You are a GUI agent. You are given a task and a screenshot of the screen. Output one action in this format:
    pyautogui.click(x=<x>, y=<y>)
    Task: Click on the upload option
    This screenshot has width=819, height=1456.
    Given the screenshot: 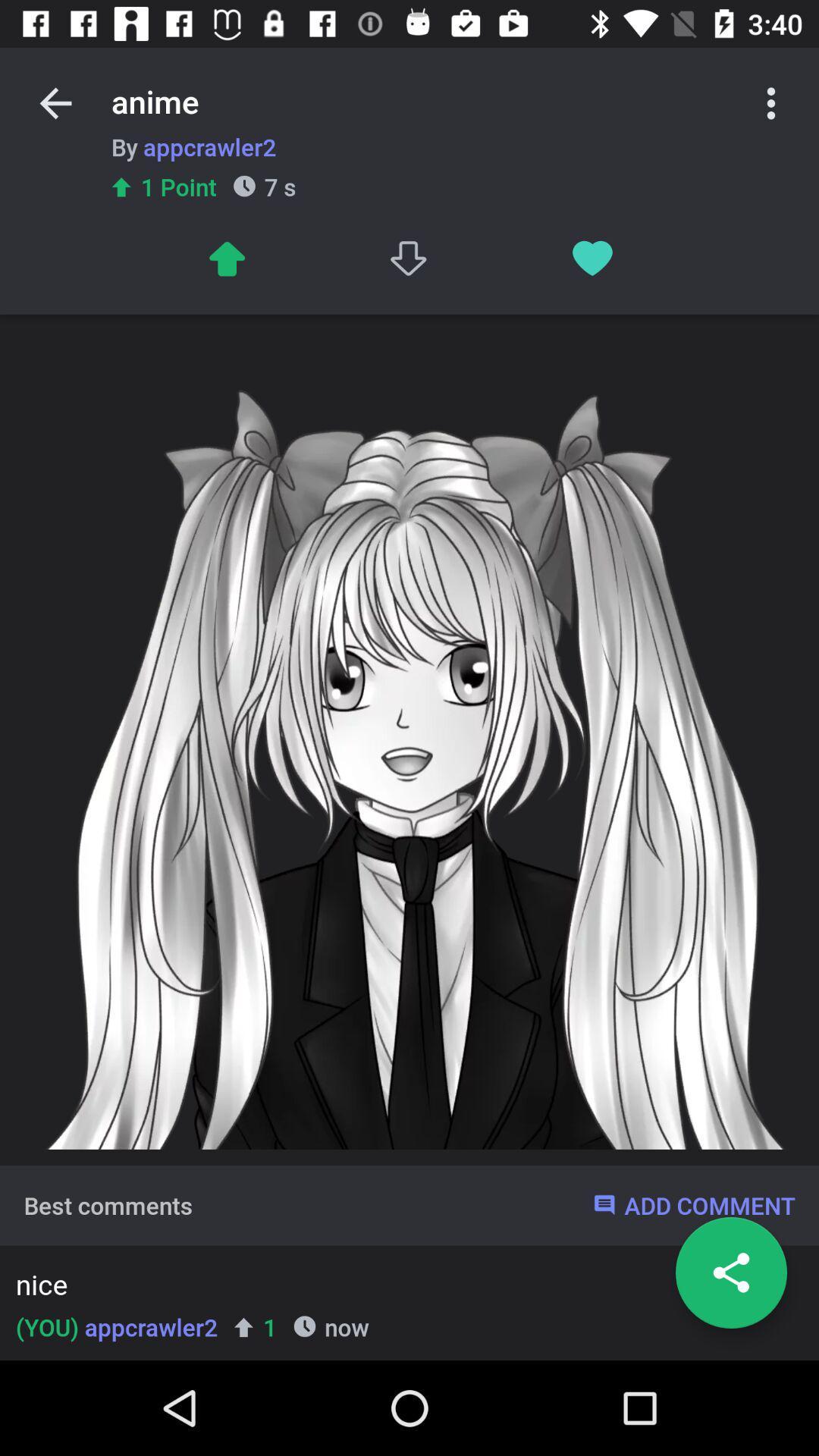 What is the action you would take?
    pyautogui.click(x=226, y=259)
    